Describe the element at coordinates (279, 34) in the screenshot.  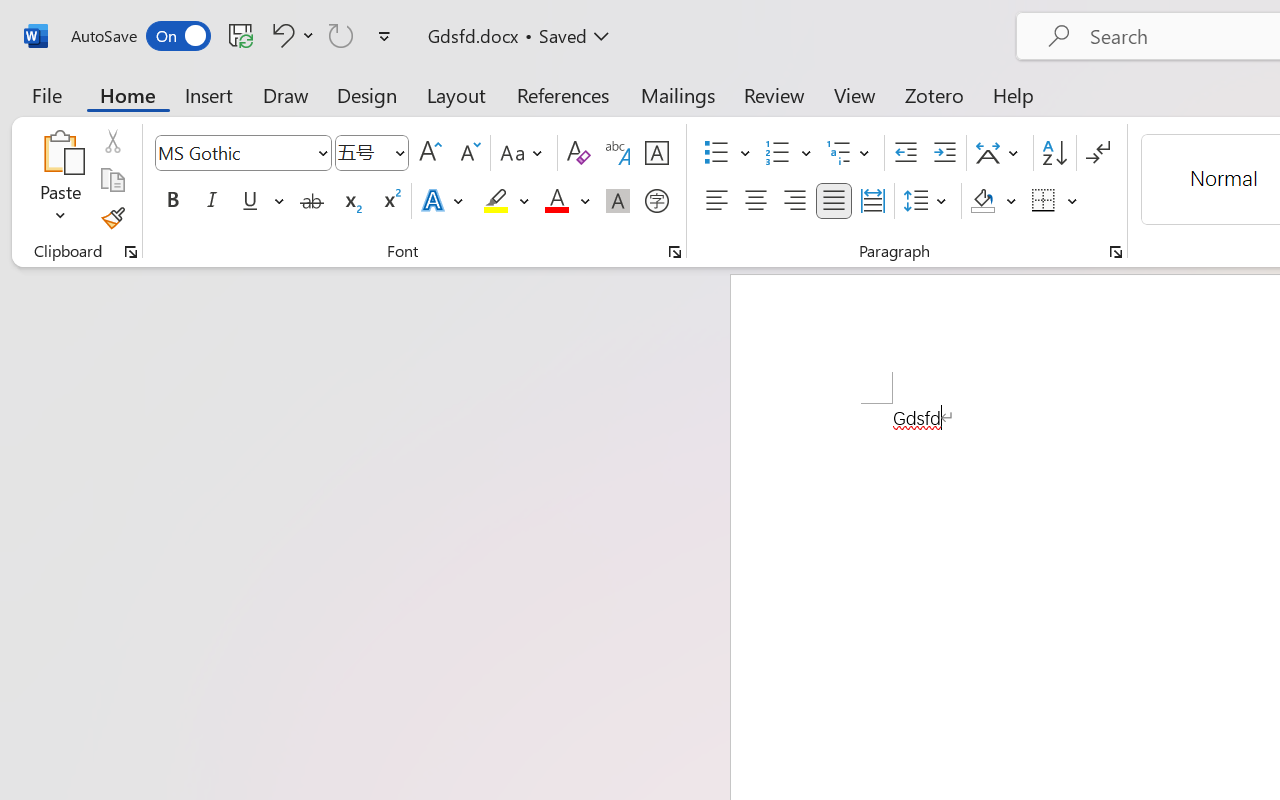
I see `'Undo Font Formatting'` at that location.